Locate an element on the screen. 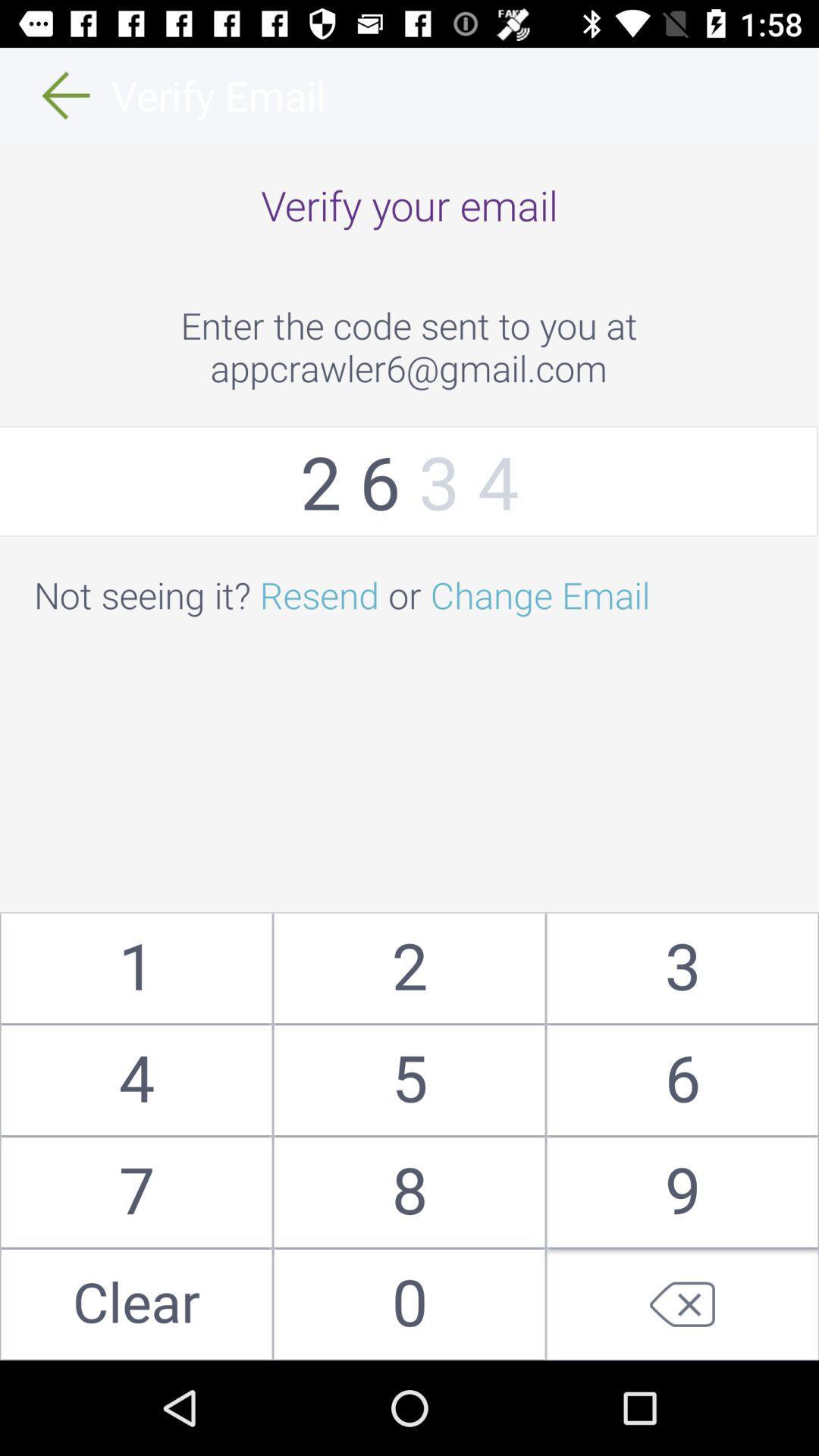  erase 1 digit is located at coordinates (681, 1304).